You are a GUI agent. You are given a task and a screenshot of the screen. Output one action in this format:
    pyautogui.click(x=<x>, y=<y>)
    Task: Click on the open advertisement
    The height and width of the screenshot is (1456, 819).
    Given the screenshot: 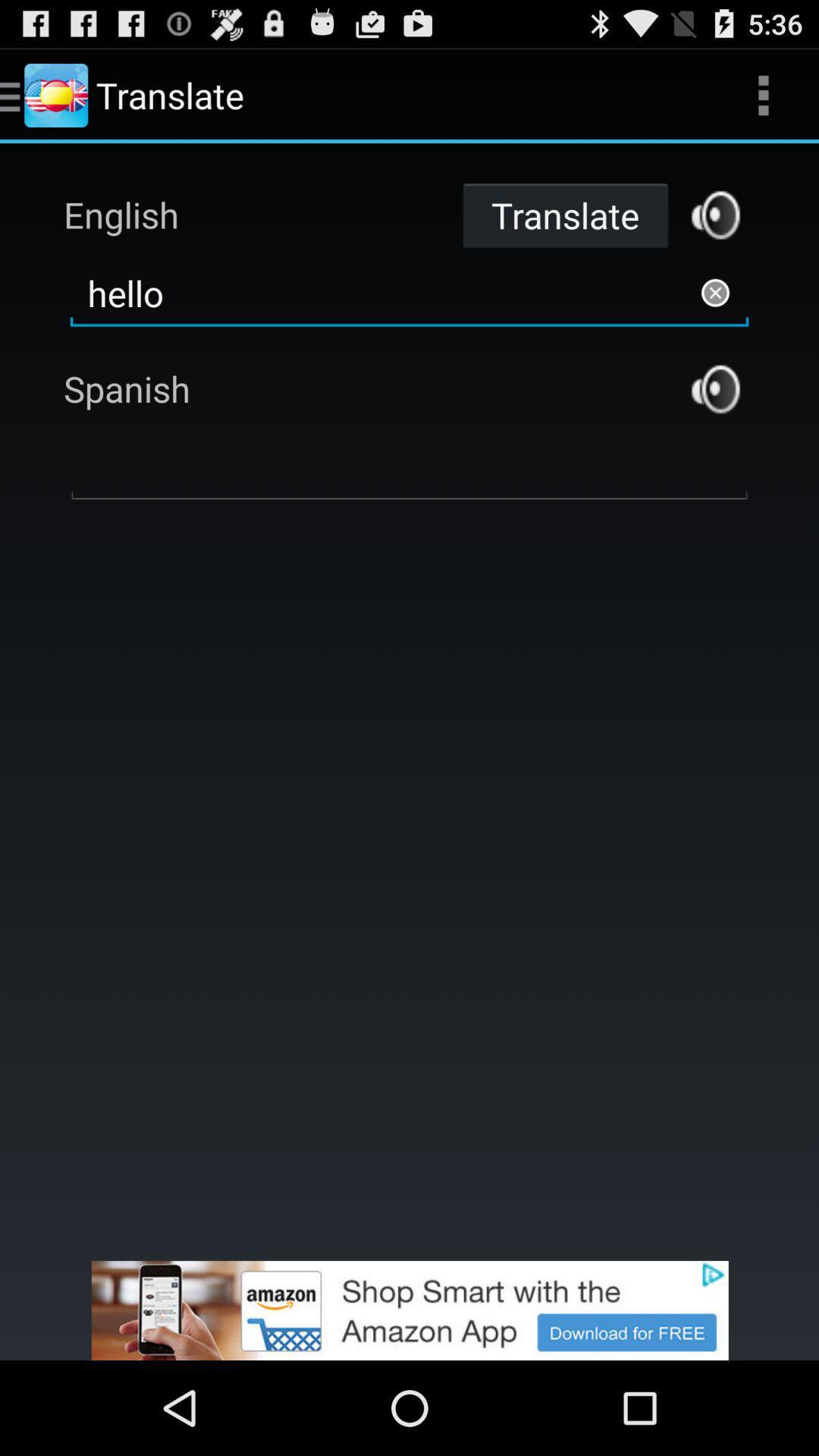 What is the action you would take?
    pyautogui.click(x=409, y=1310)
    